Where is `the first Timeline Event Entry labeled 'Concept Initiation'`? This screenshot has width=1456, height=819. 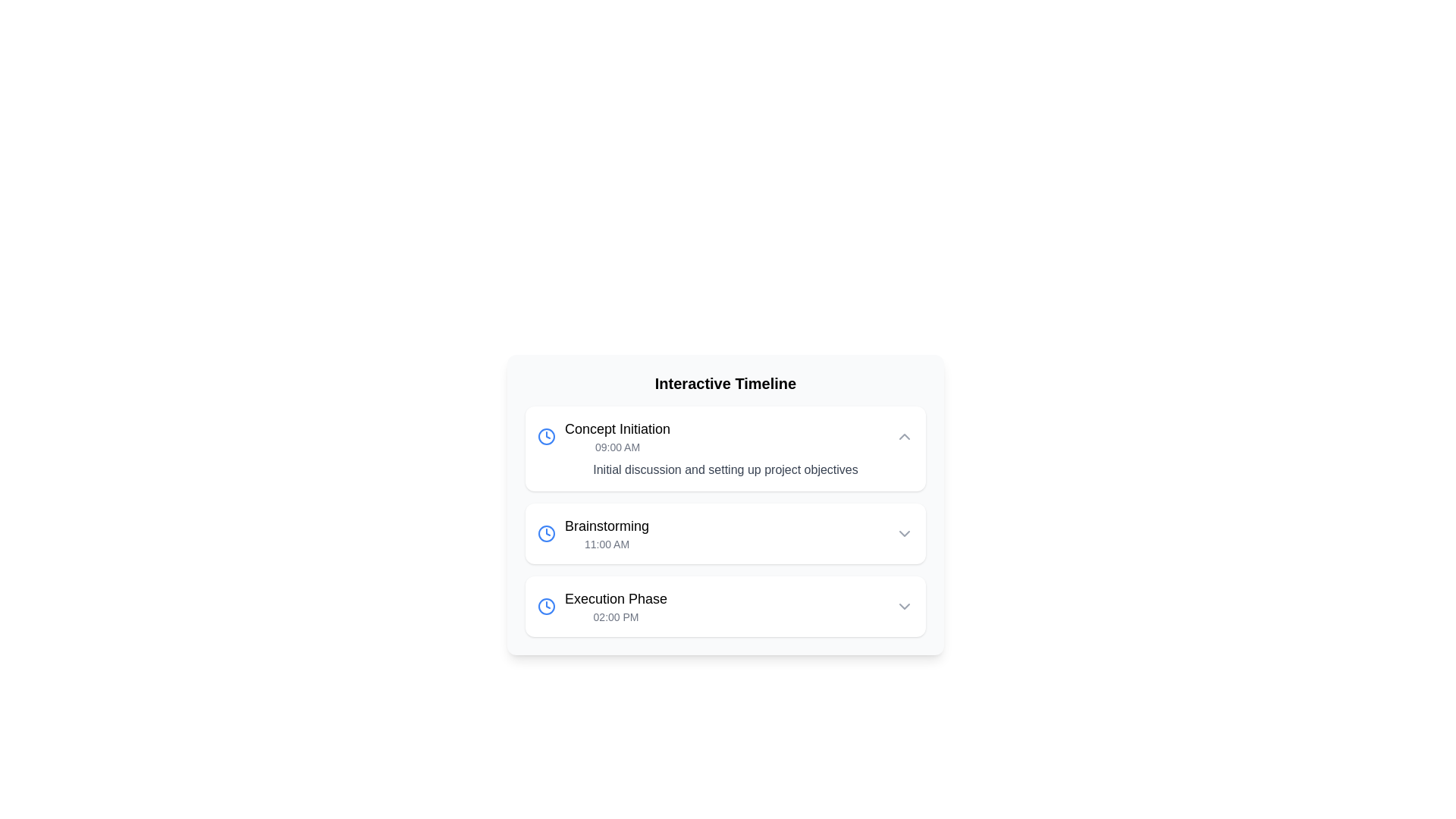
the first Timeline Event Entry labeled 'Concept Initiation' is located at coordinates (724, 436).